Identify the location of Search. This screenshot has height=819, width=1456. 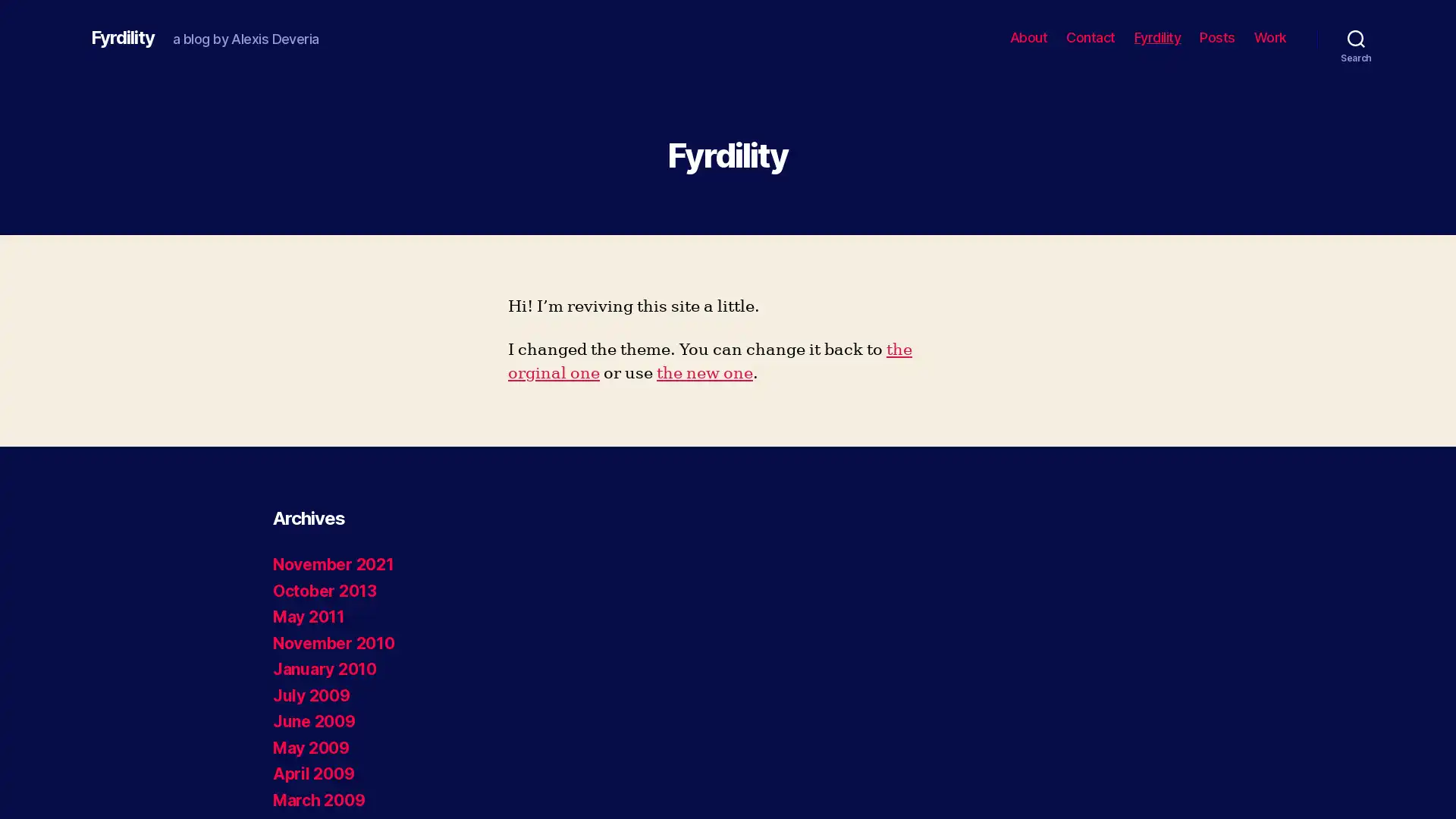
(1356, 37).